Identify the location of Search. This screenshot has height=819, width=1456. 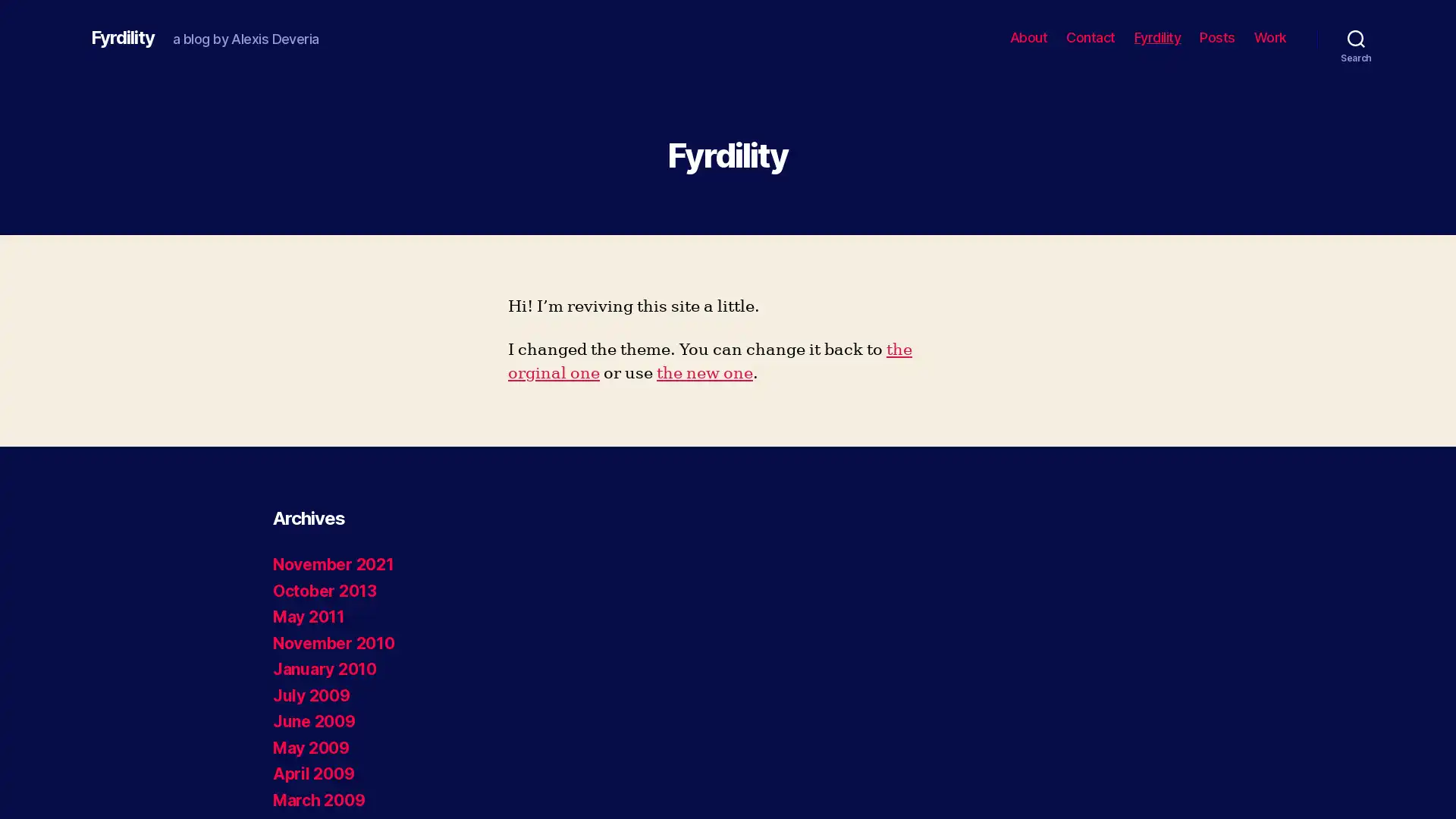
(1356, 37).